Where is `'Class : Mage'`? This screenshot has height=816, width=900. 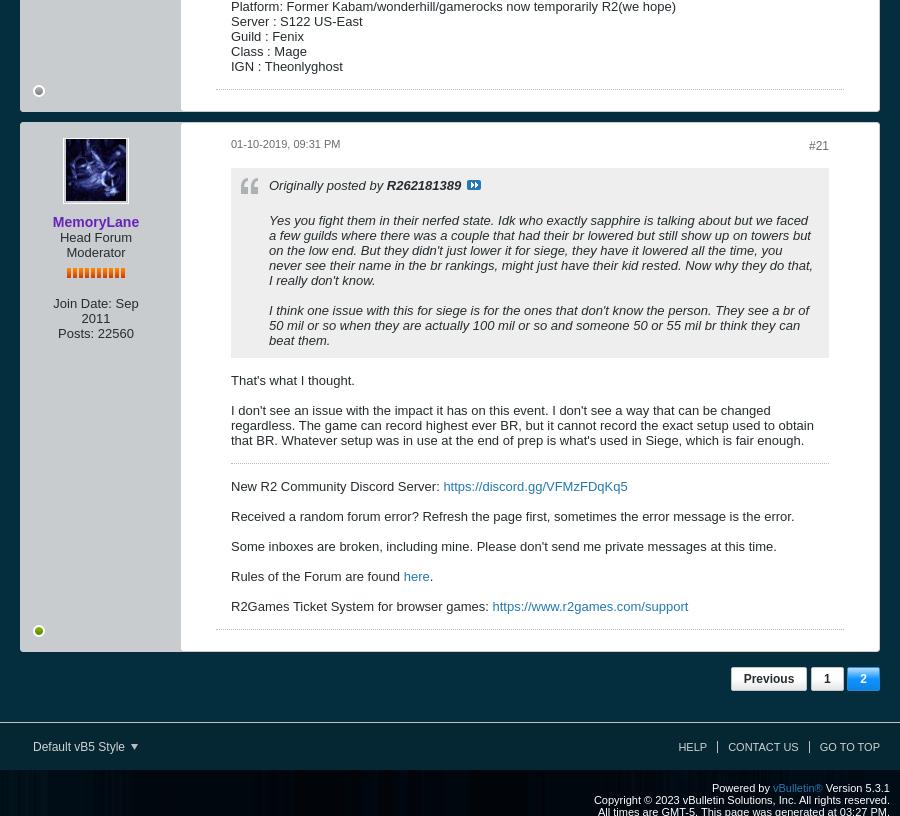
'Class : Mage' is located at coordinates (230, 49).